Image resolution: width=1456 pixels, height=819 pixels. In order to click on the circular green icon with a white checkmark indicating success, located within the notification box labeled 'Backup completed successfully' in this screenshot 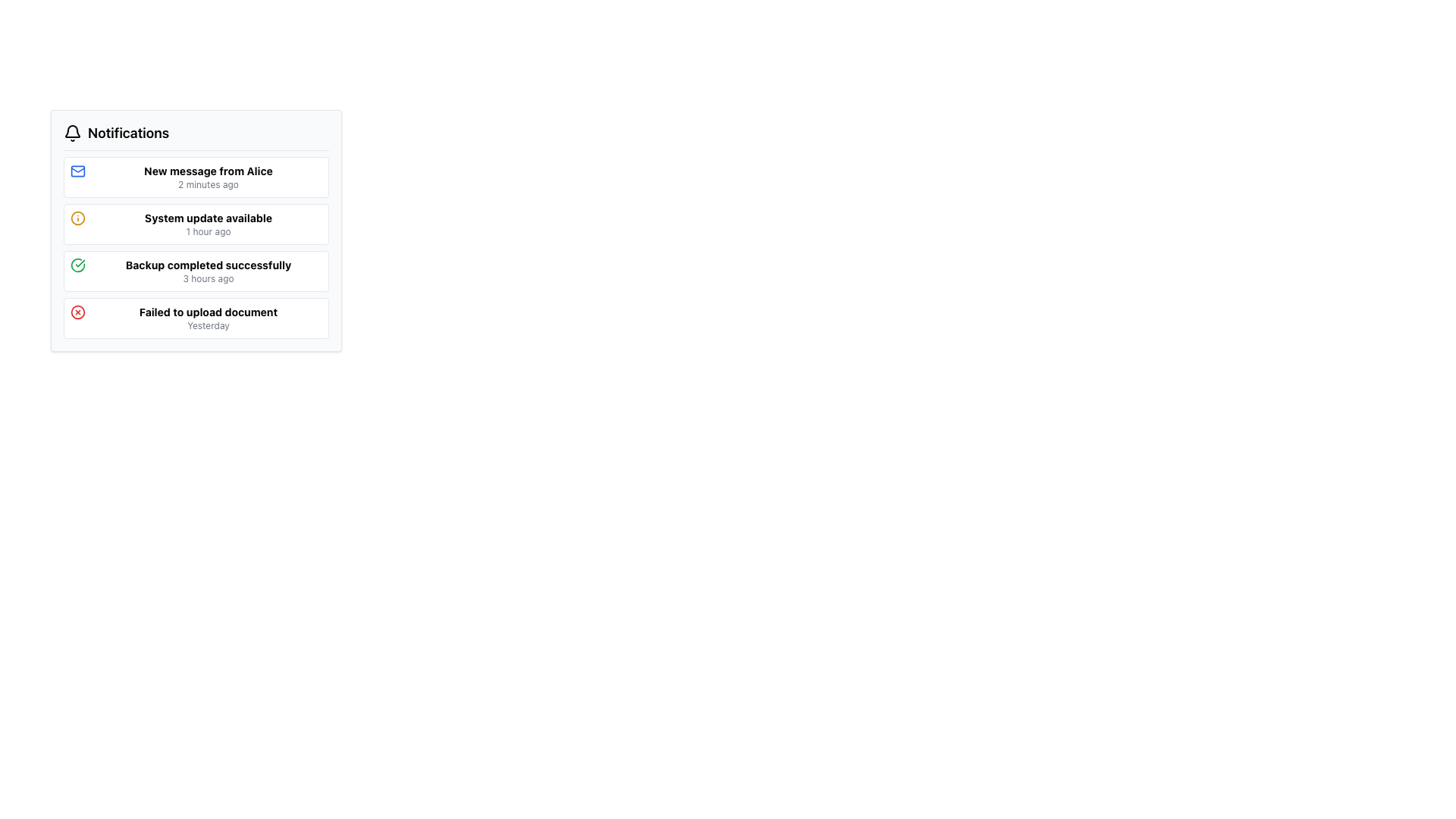, I will do `click(77, 265)`.